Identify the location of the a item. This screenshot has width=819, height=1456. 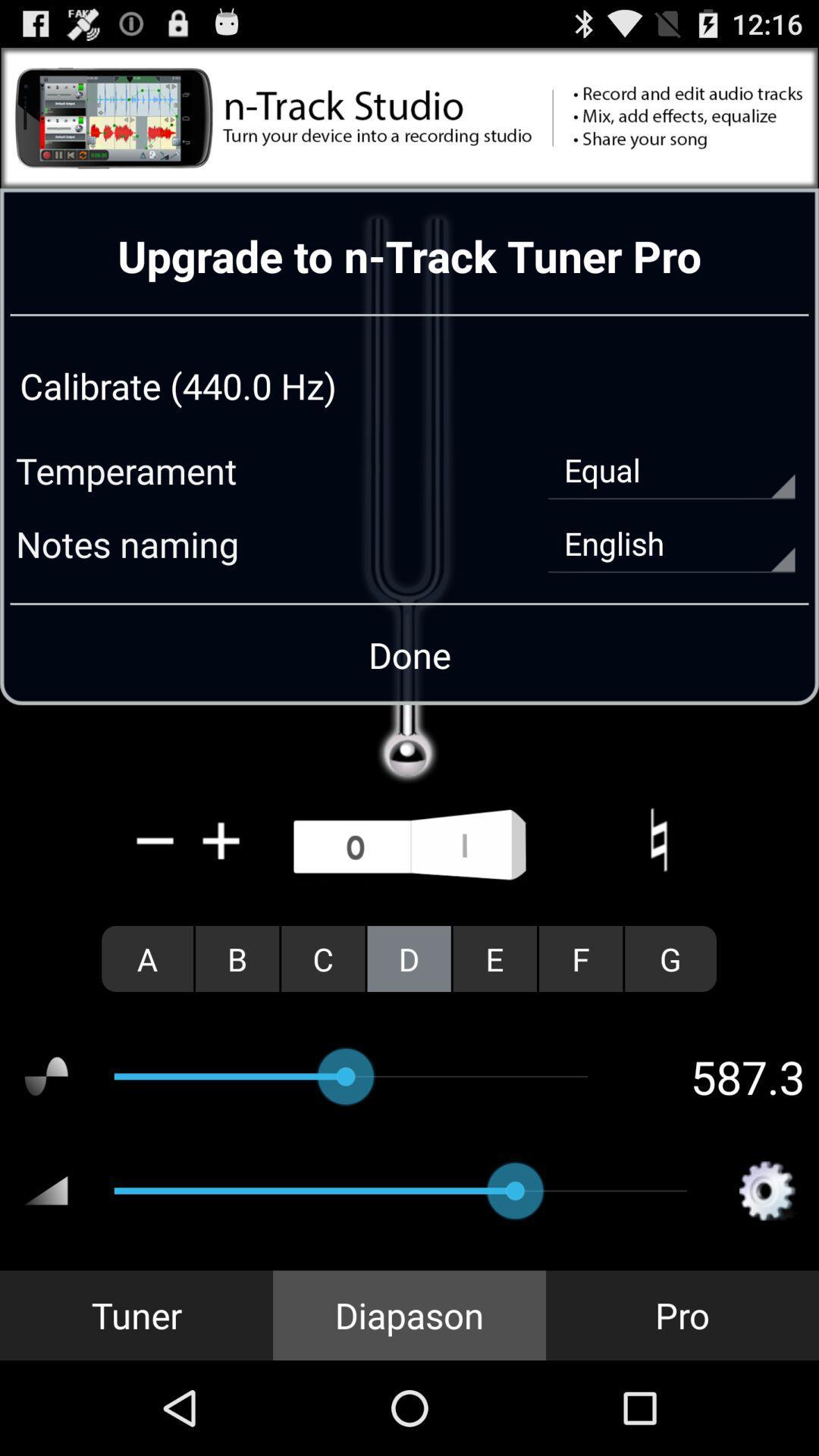
(147, 958).